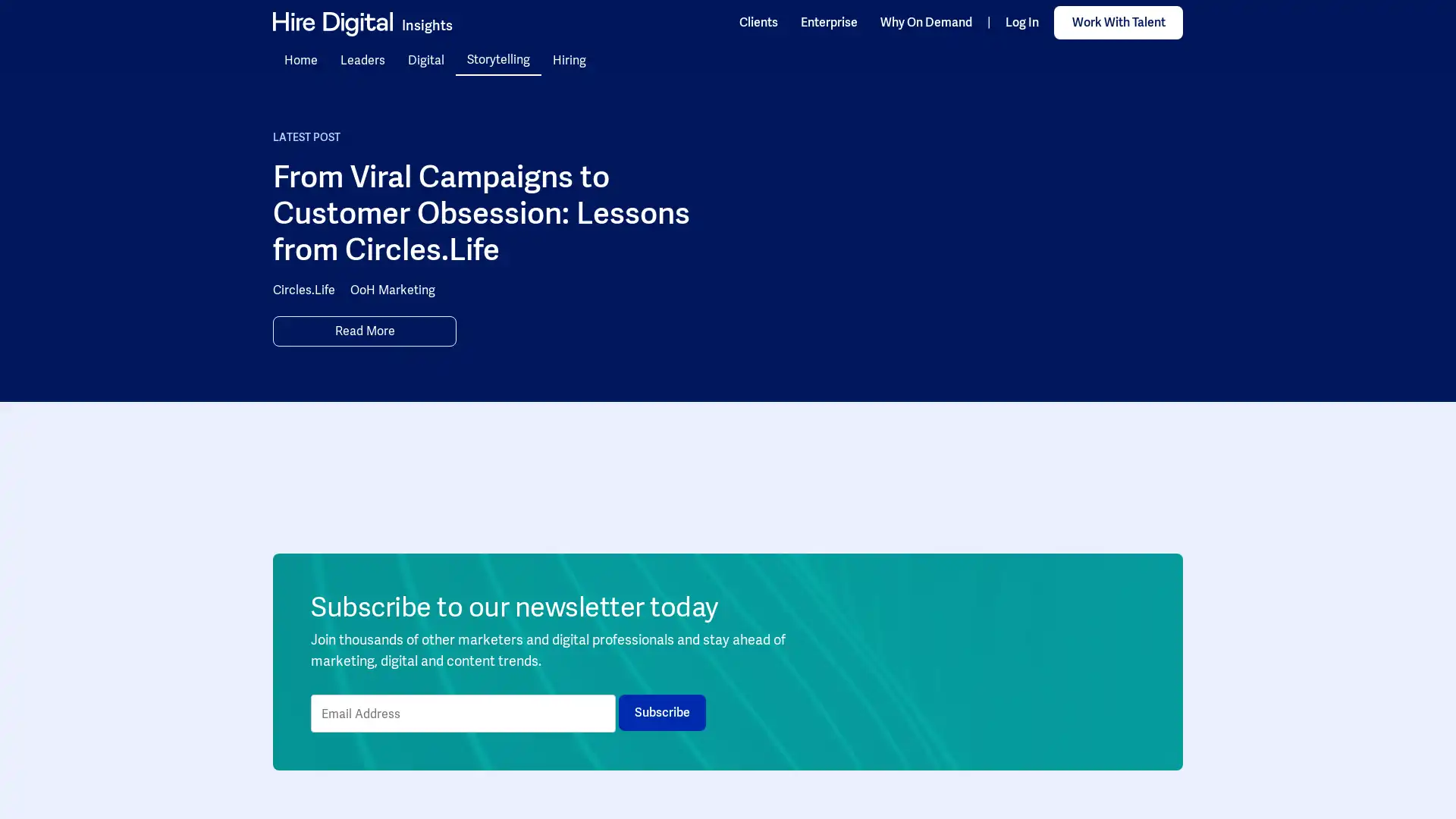  I want to click on Subscribe, so click(662, 713).